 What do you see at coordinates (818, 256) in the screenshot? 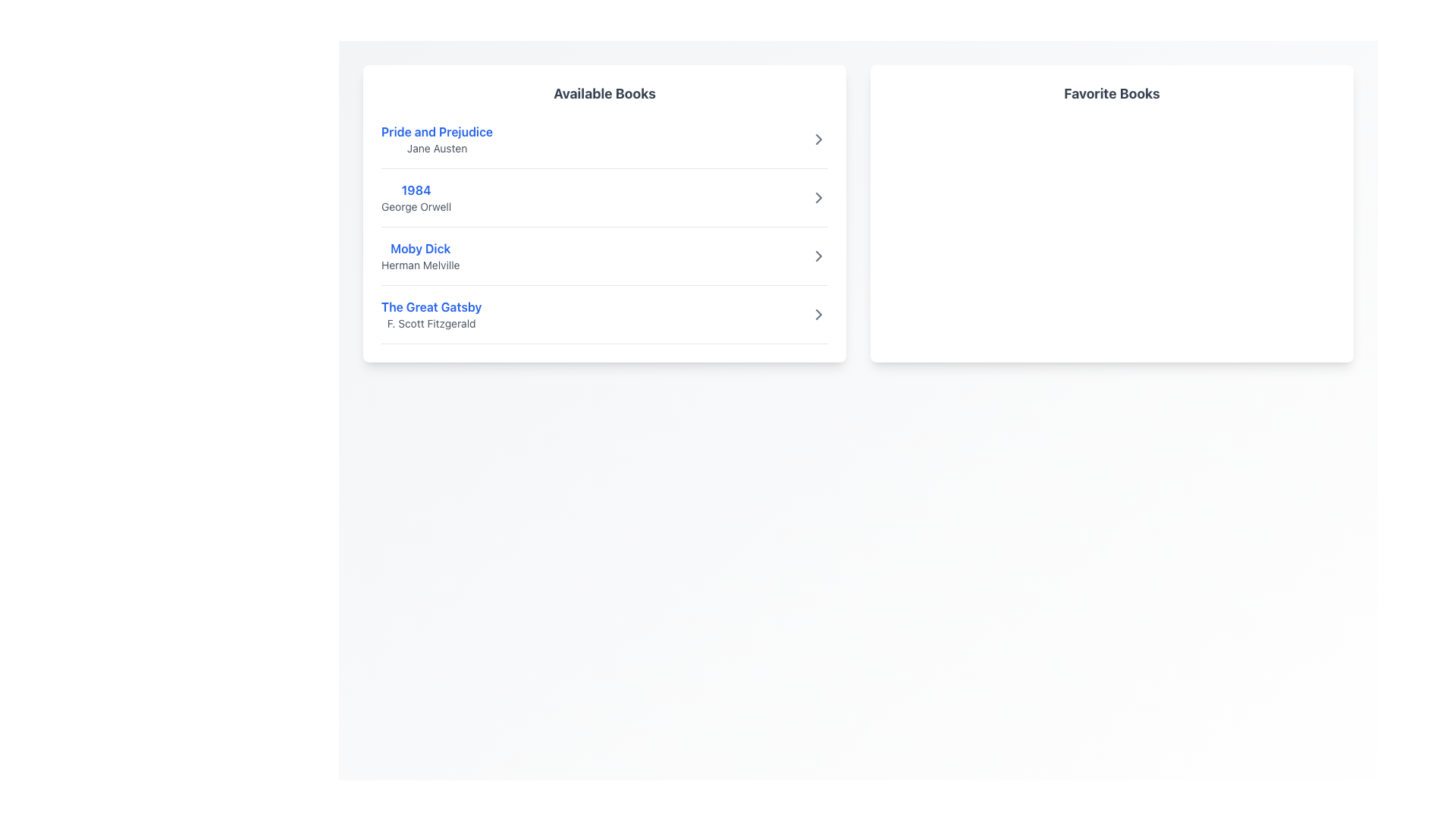
I see `the chevron icon button located to the far right of the 'Moby Dick' entry row, adjacent to the text 'Herman Melville'` at bounding box center [818, 256].